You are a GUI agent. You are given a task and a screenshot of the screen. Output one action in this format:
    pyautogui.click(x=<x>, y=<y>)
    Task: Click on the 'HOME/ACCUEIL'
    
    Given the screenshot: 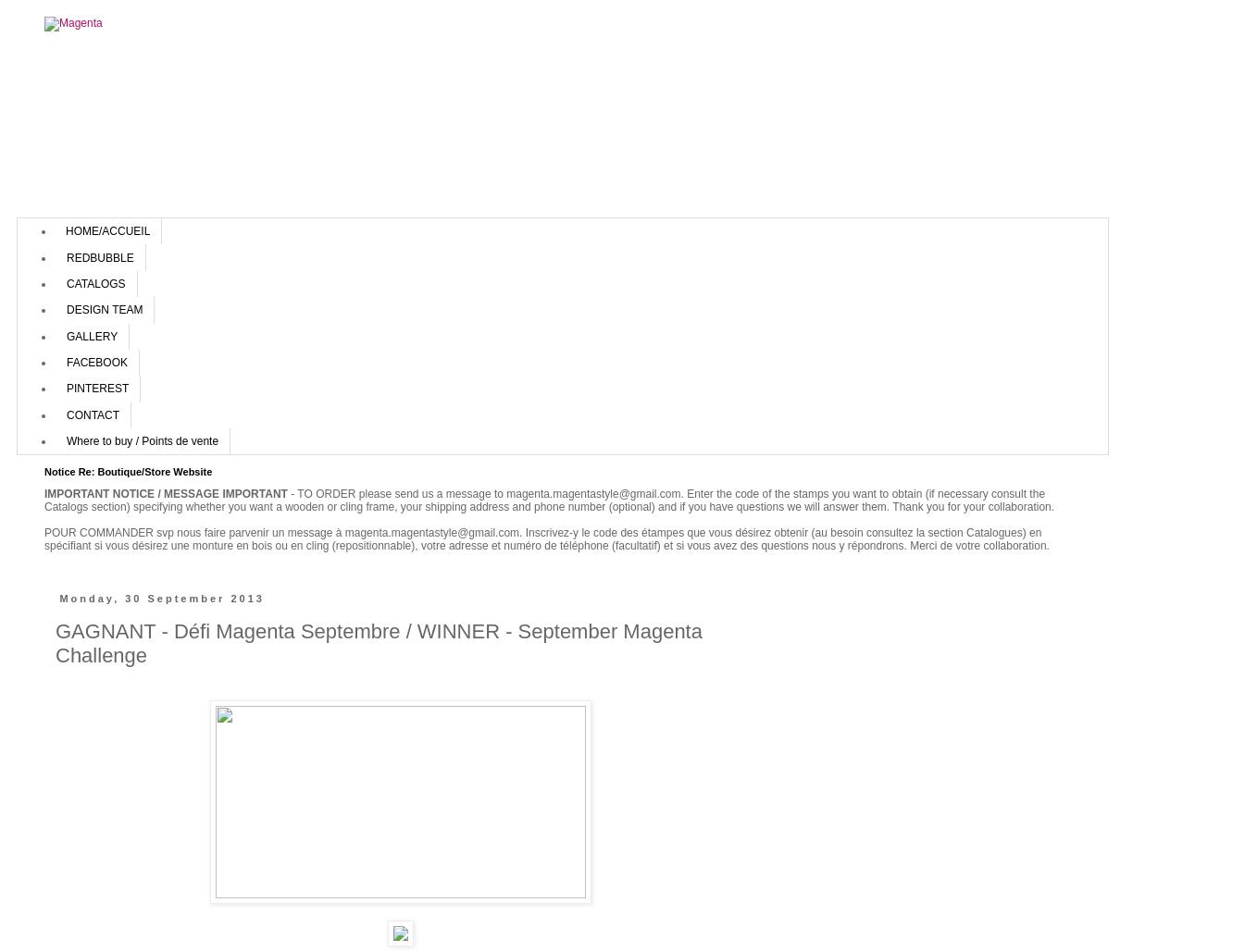 What is the action you would take?
    pyautogui.click(x=106, y=230)
    